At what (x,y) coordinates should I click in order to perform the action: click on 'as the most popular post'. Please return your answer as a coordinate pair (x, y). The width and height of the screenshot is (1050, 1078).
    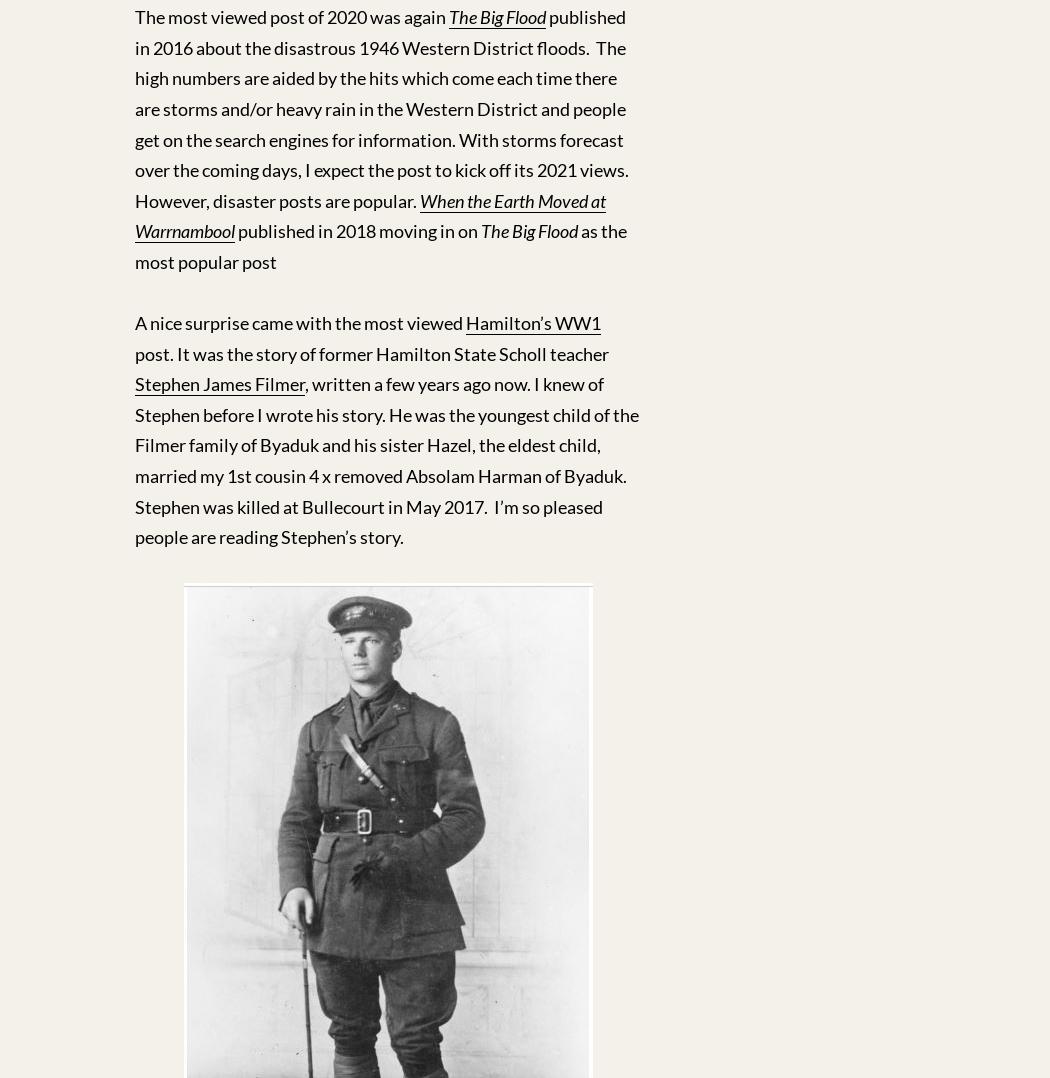
    Looking at the image, I should click on (381, 244).